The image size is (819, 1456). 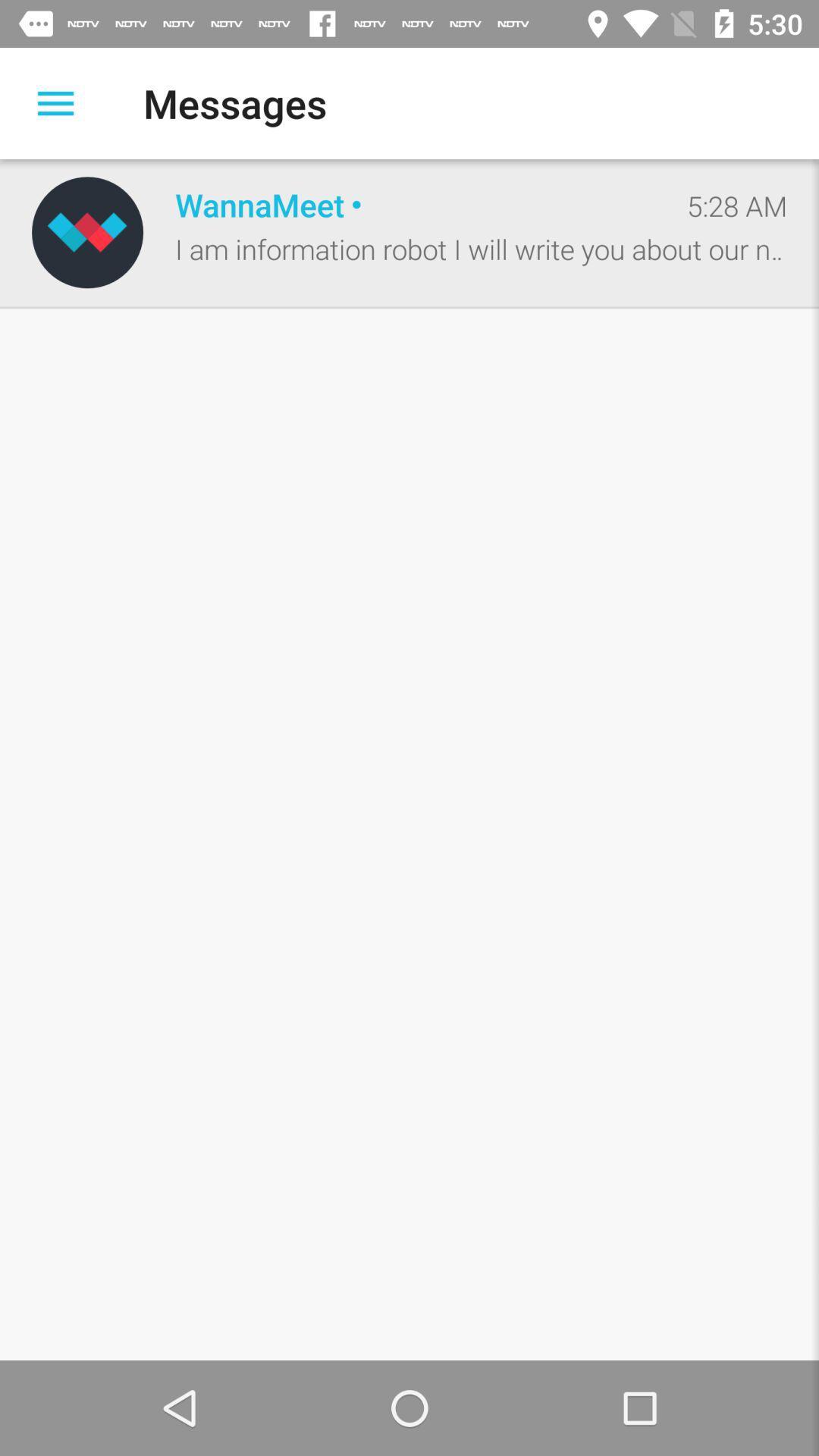 What do you see at coordinates (55, 102) in the screenshot?
I see `icon to the left of messages item` at bounding box center [55, 102].